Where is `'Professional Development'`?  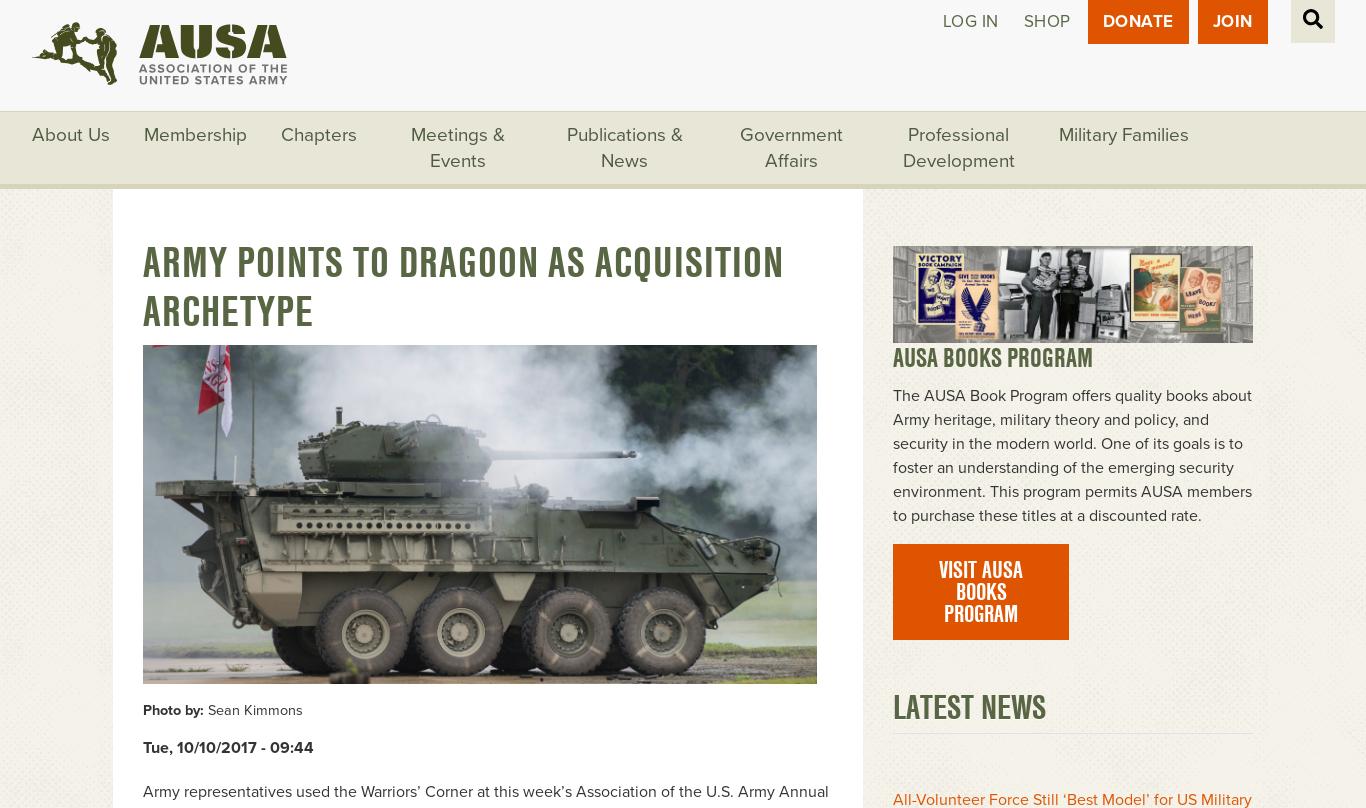
'Professional Development' is located at coordinates (957, 145).